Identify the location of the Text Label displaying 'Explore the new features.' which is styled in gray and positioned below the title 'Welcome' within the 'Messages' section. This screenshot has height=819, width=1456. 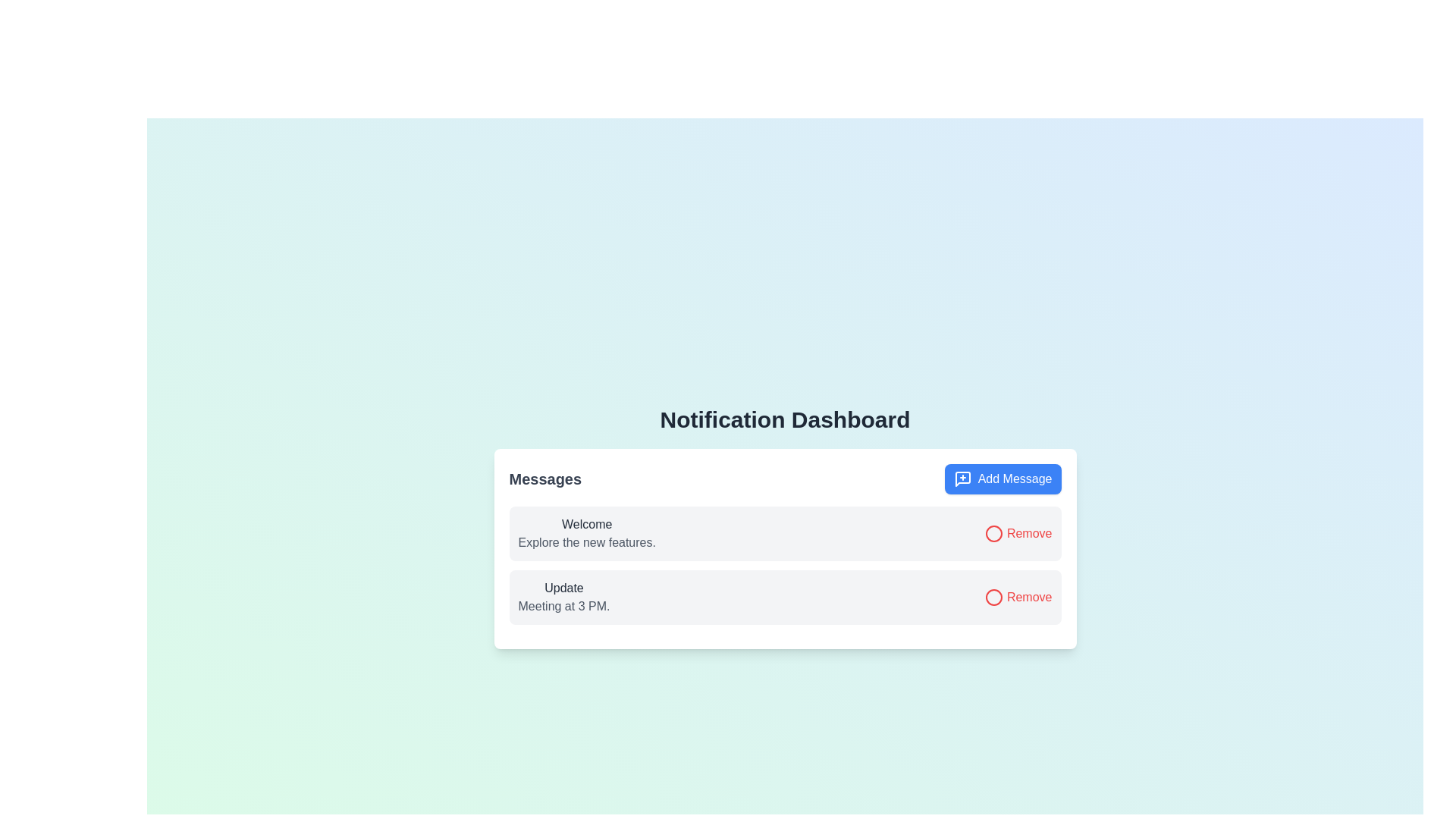
(586, 542).